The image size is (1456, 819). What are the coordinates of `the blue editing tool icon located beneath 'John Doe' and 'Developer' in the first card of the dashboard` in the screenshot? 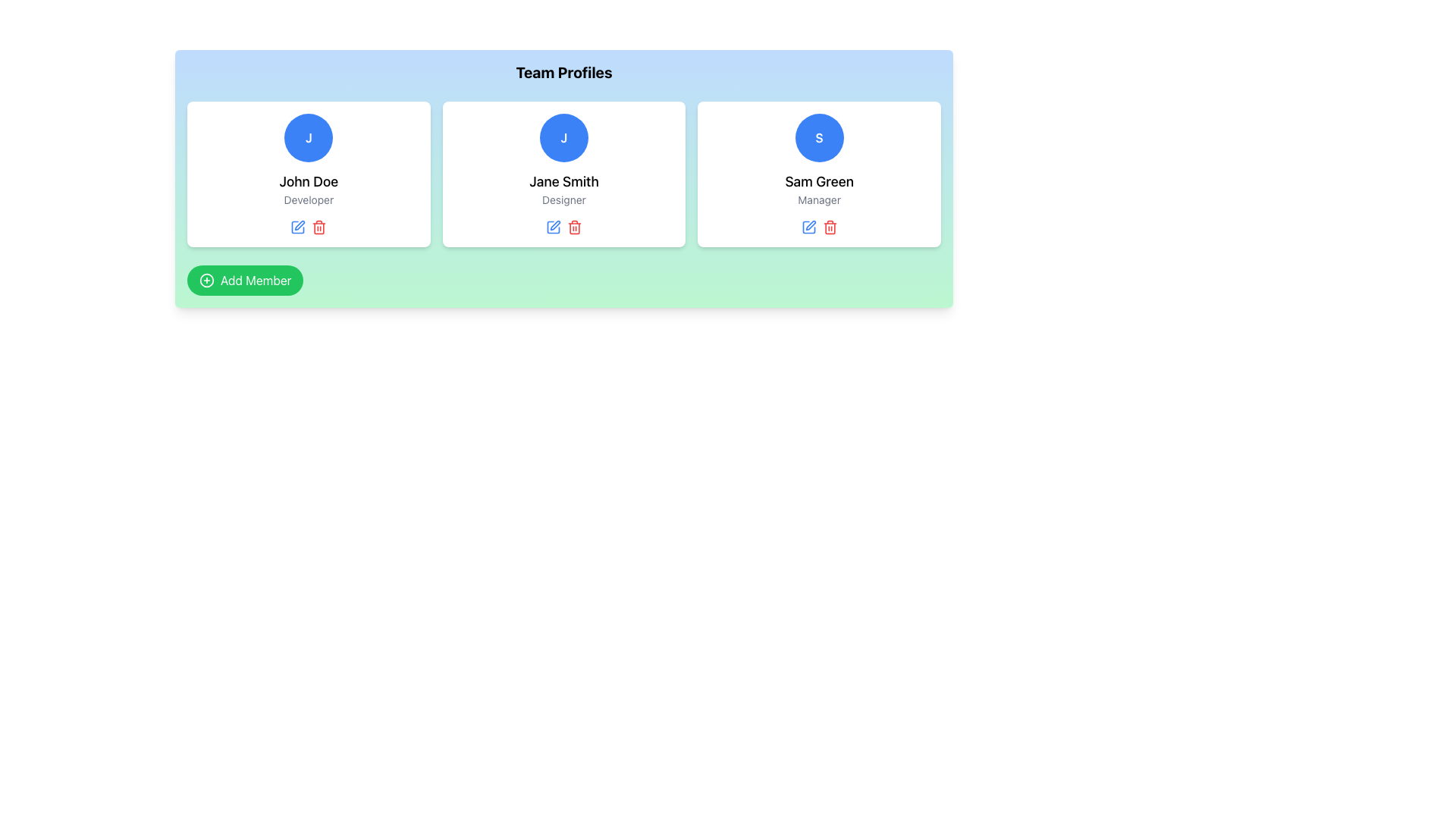 It's located at (298, 227).